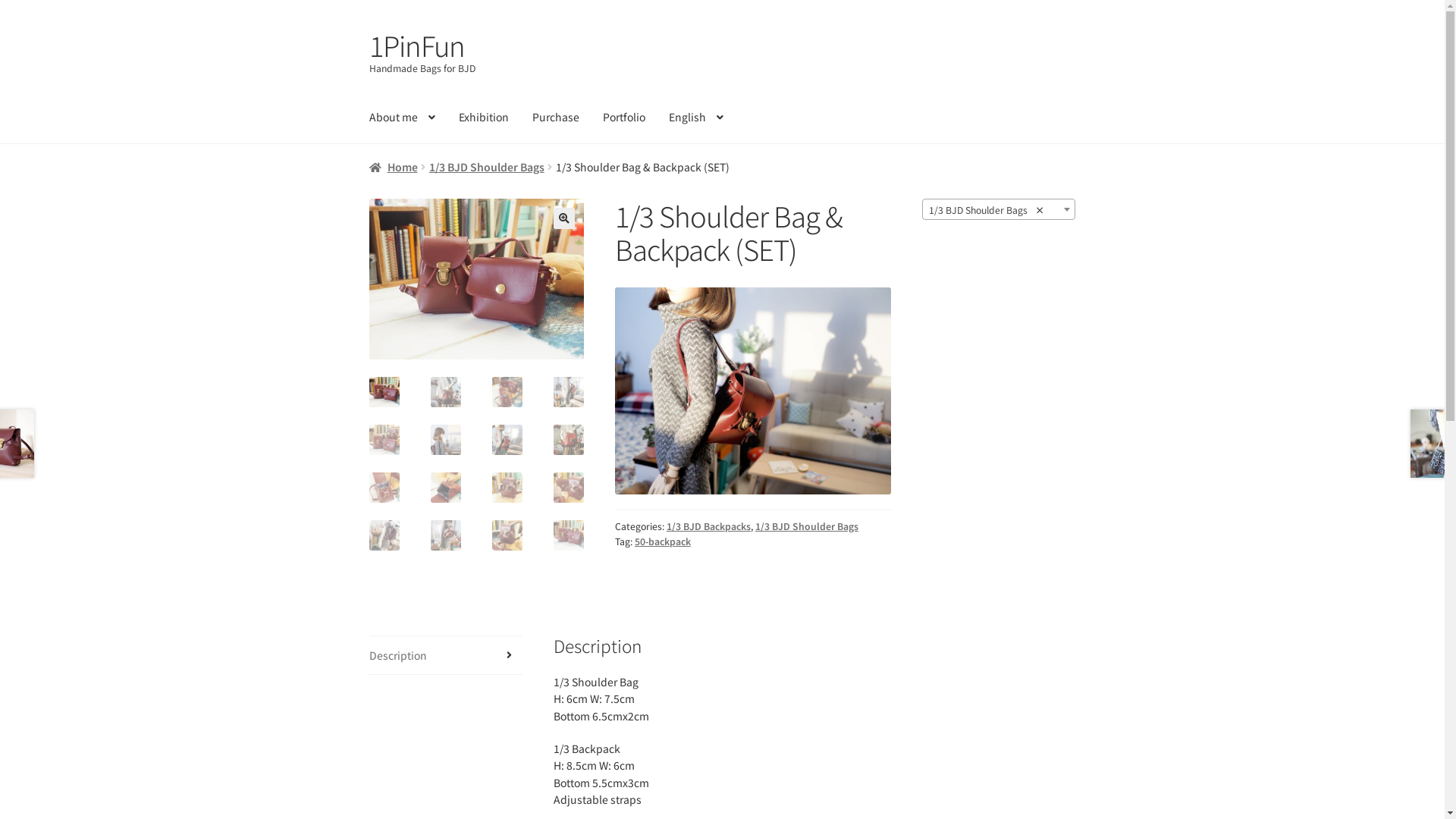 The width and height of the screenshot is (1456, 819). I want to click on '1/3 BJD Shoulder Bags', so click(806, 526).